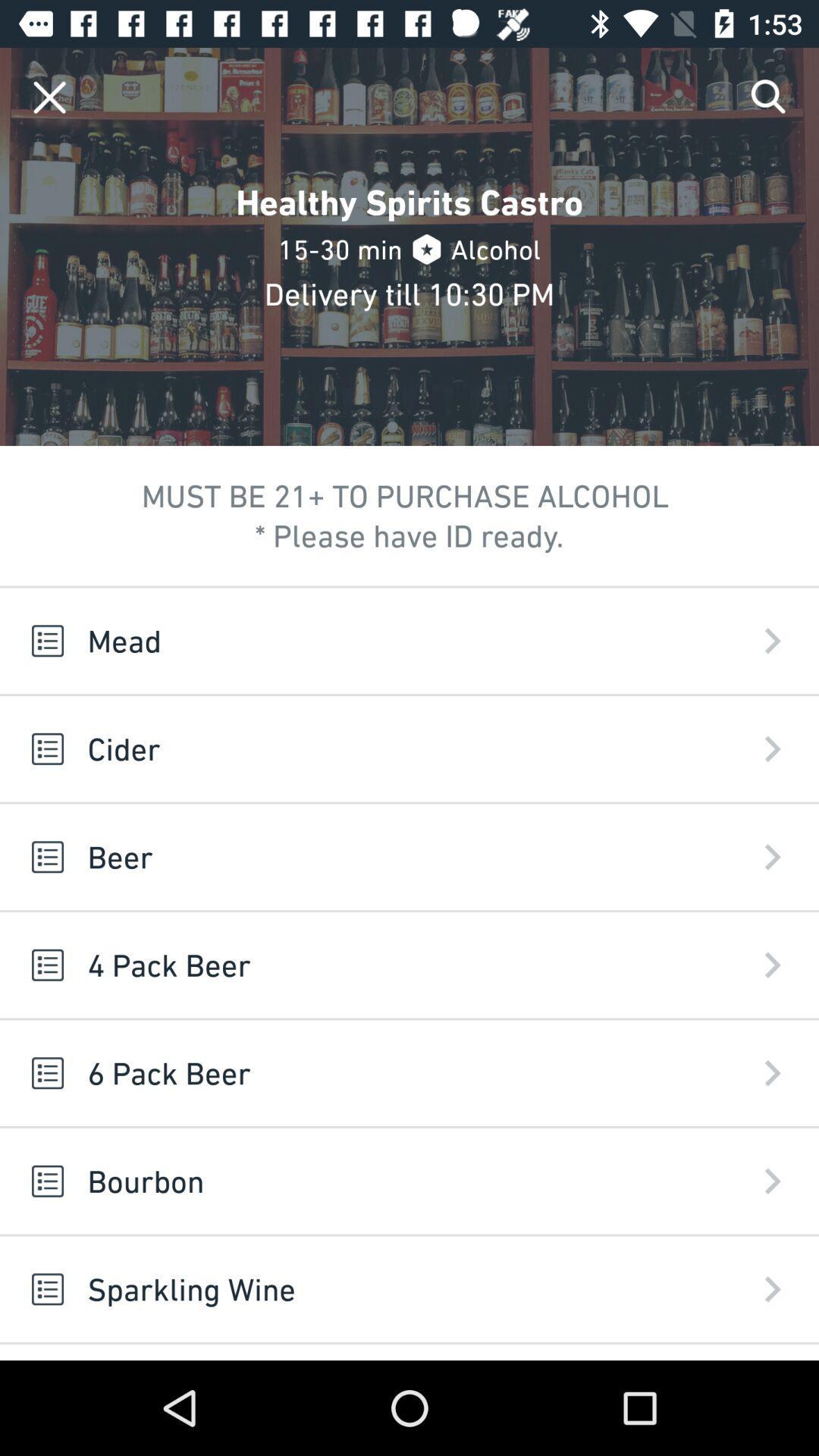  I want to click on close, so click(49, 96).